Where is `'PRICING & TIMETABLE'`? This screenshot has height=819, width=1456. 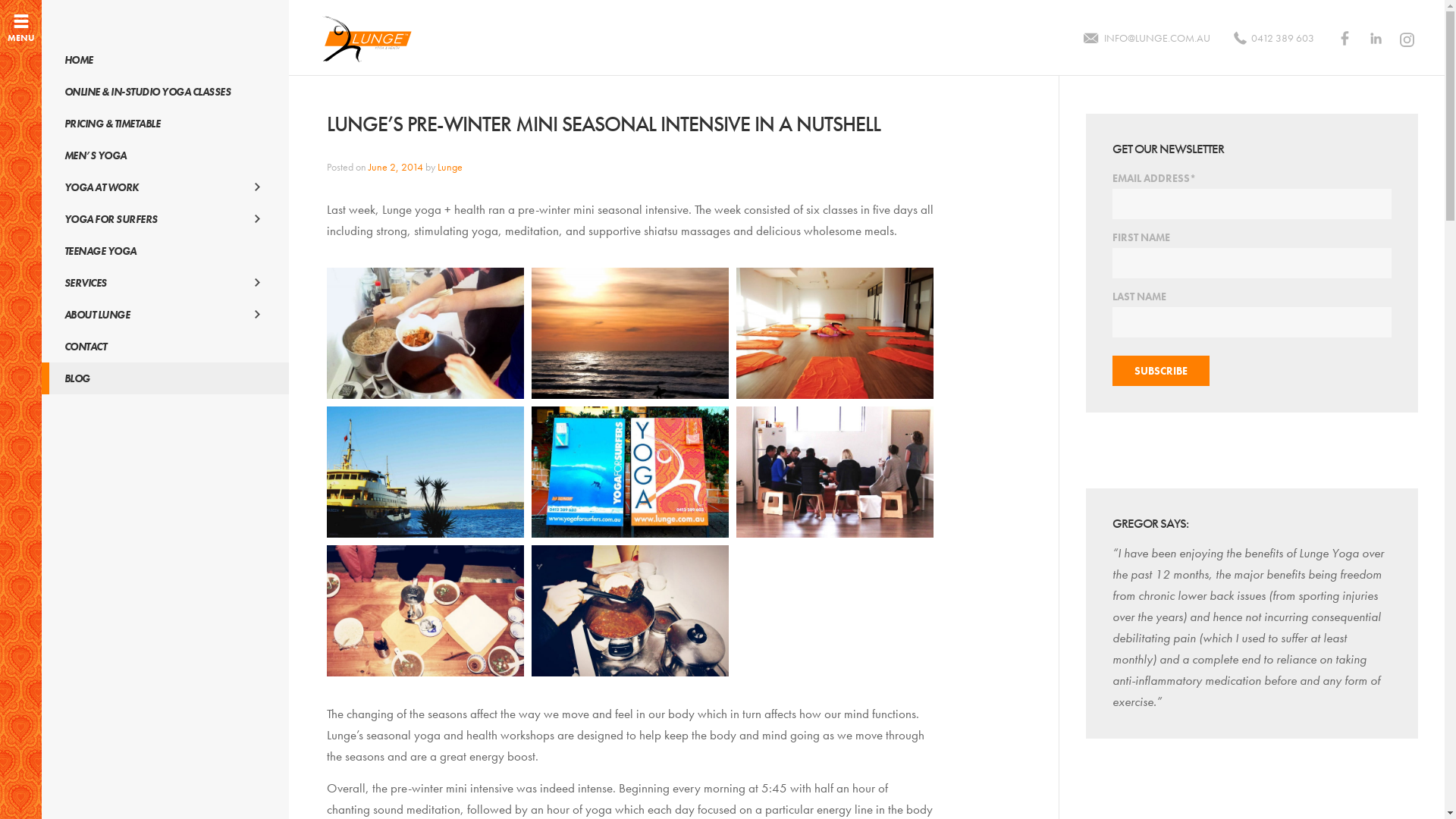 'PRICING & TIMETABLE' is located at coordinates (165, 122).